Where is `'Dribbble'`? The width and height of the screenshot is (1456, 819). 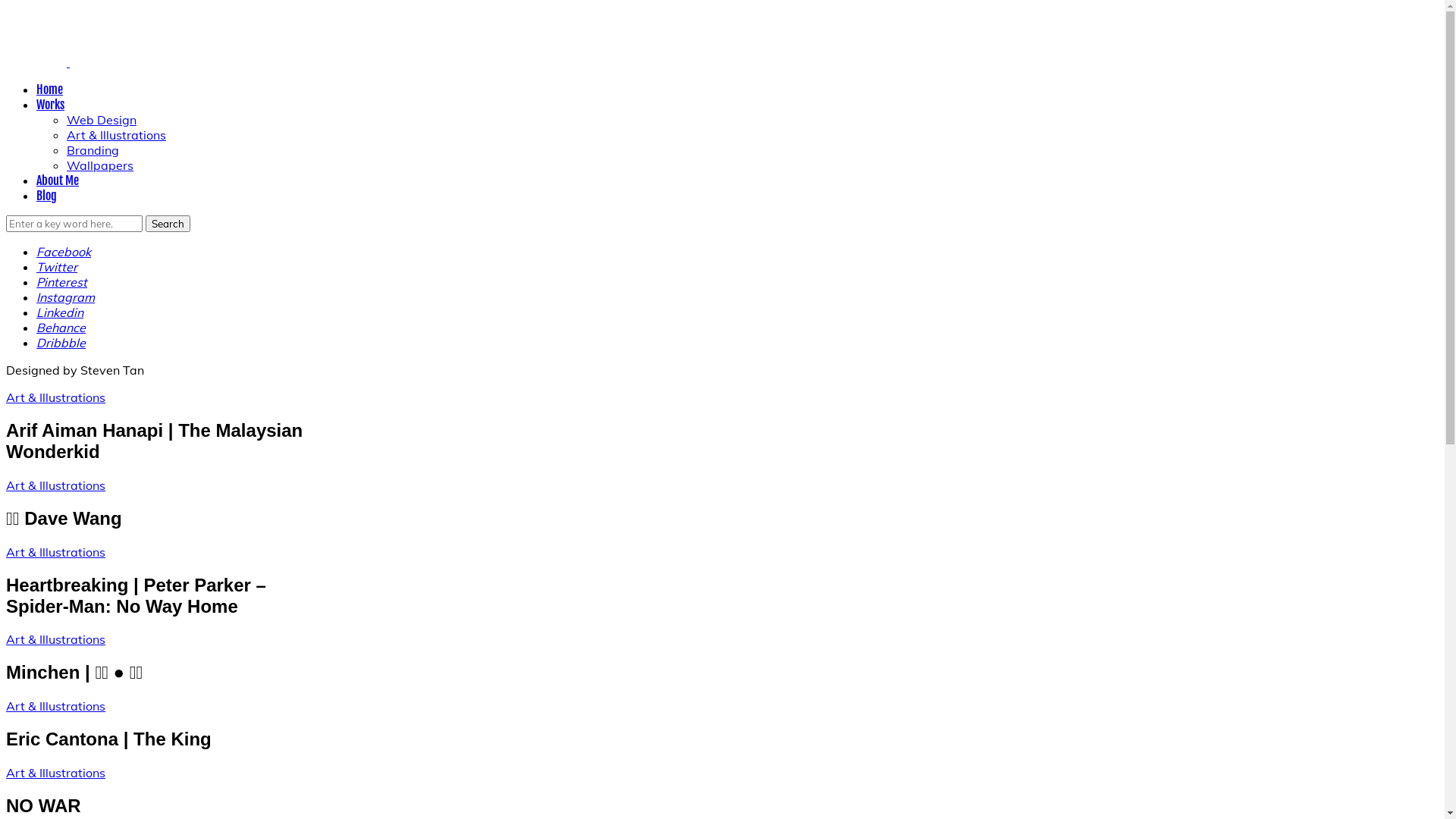 'Dribbble' is located at coordinates (61, 342).